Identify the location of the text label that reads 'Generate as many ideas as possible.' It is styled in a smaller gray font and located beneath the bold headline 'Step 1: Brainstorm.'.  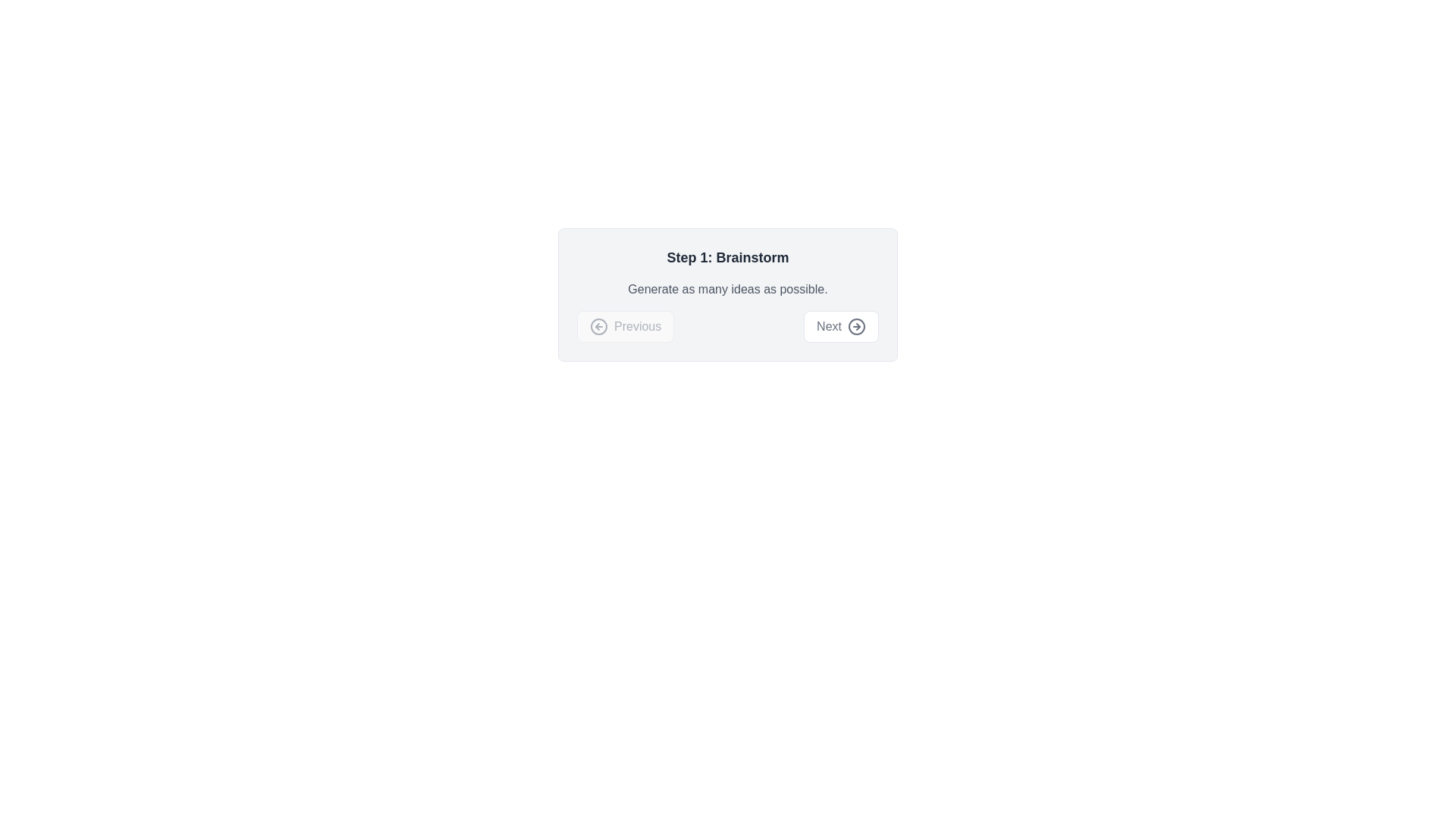
(728, 289).